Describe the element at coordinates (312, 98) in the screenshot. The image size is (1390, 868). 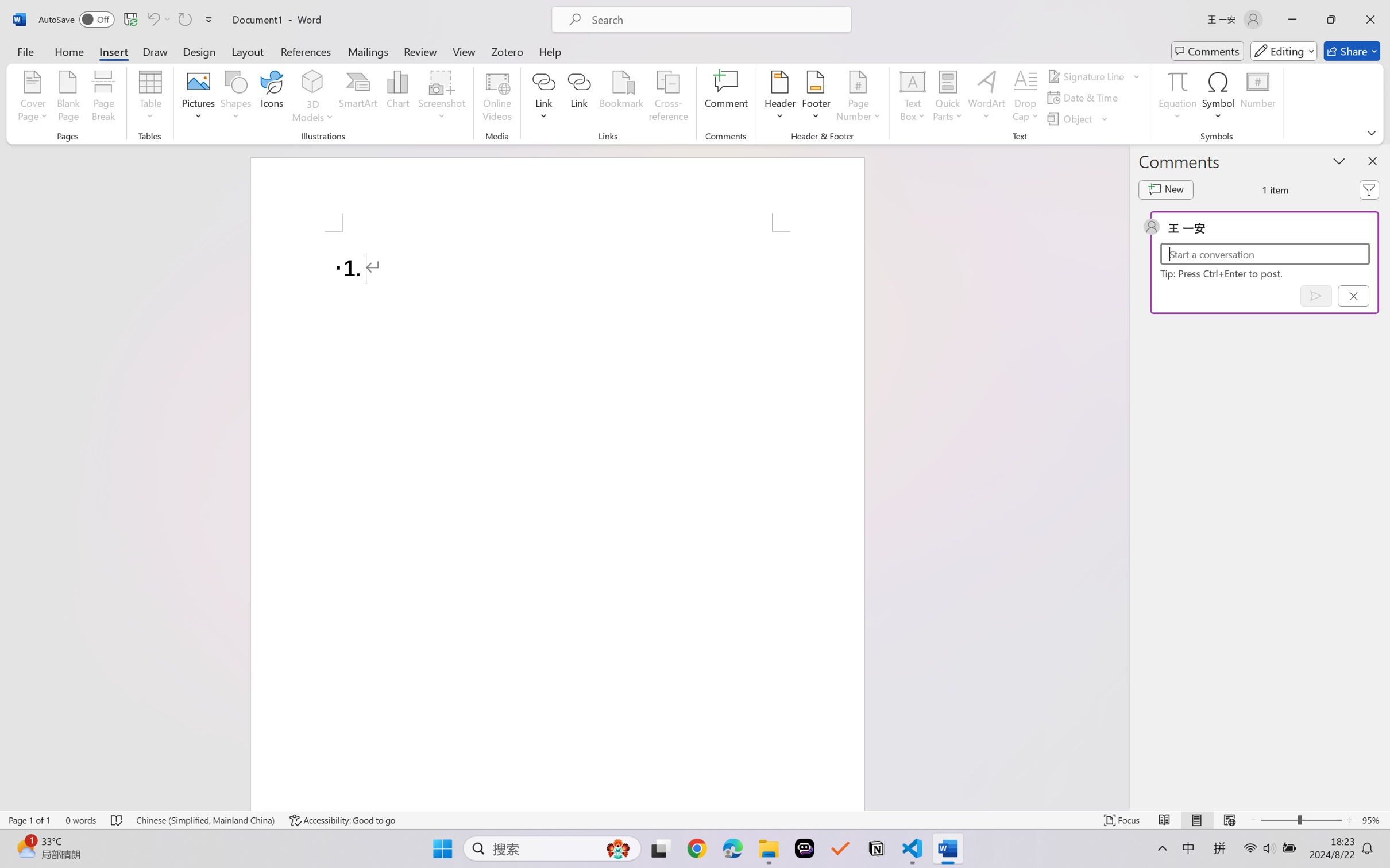
I see `'3D Models'` at that location.